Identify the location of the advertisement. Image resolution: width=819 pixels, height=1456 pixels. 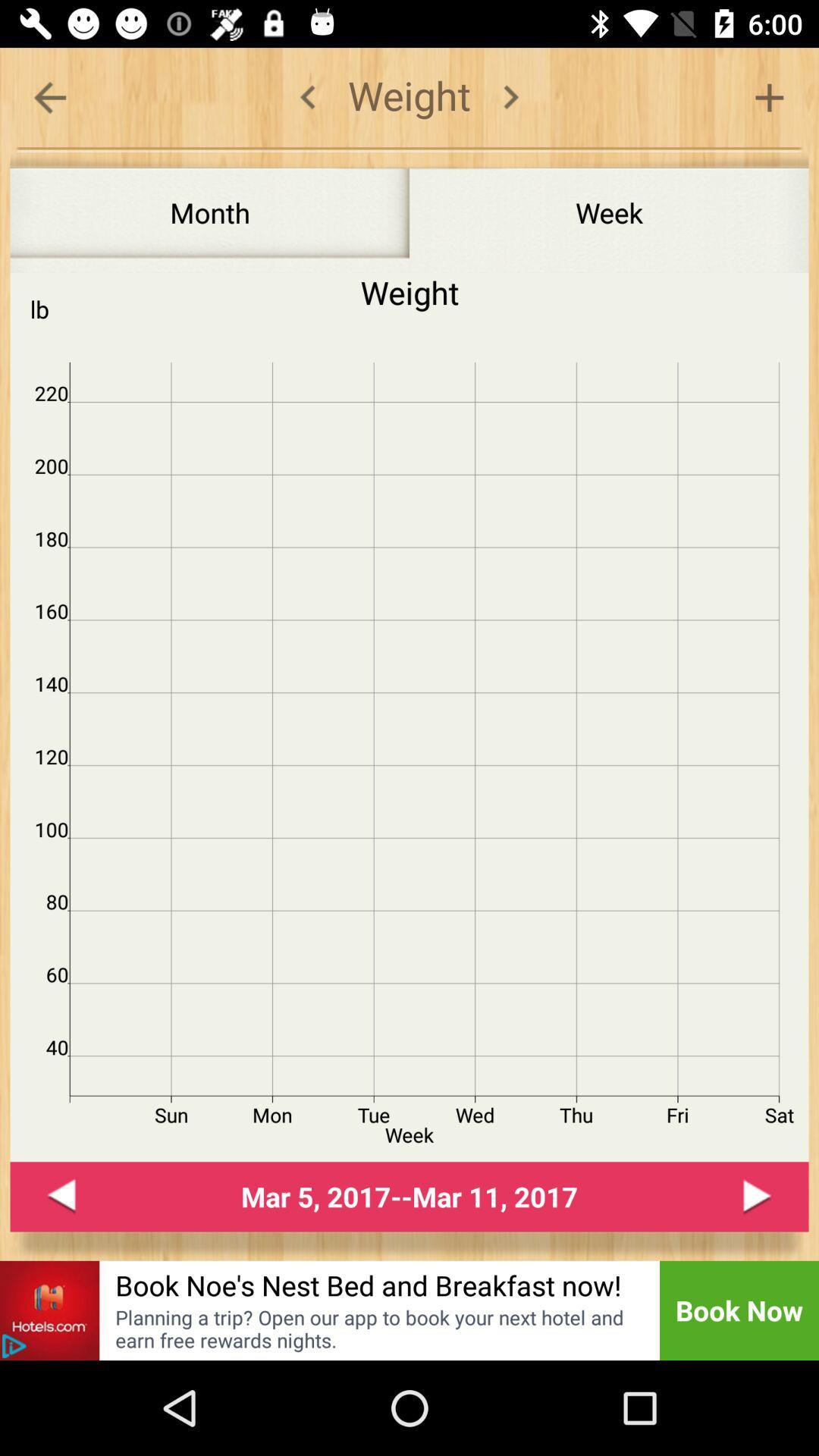
(14, 1346).